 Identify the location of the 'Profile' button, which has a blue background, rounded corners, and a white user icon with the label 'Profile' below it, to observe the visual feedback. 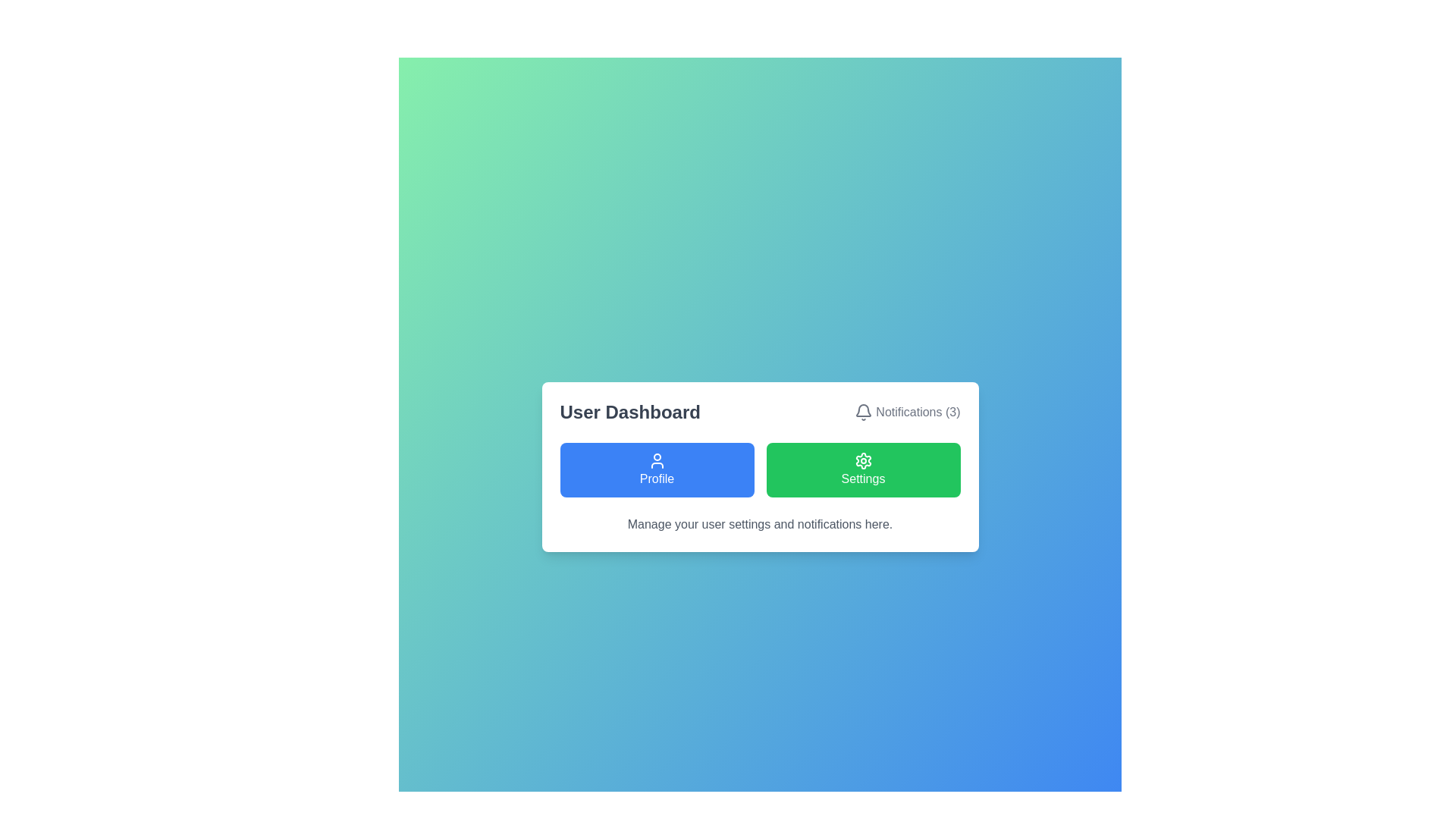
(657, 469).